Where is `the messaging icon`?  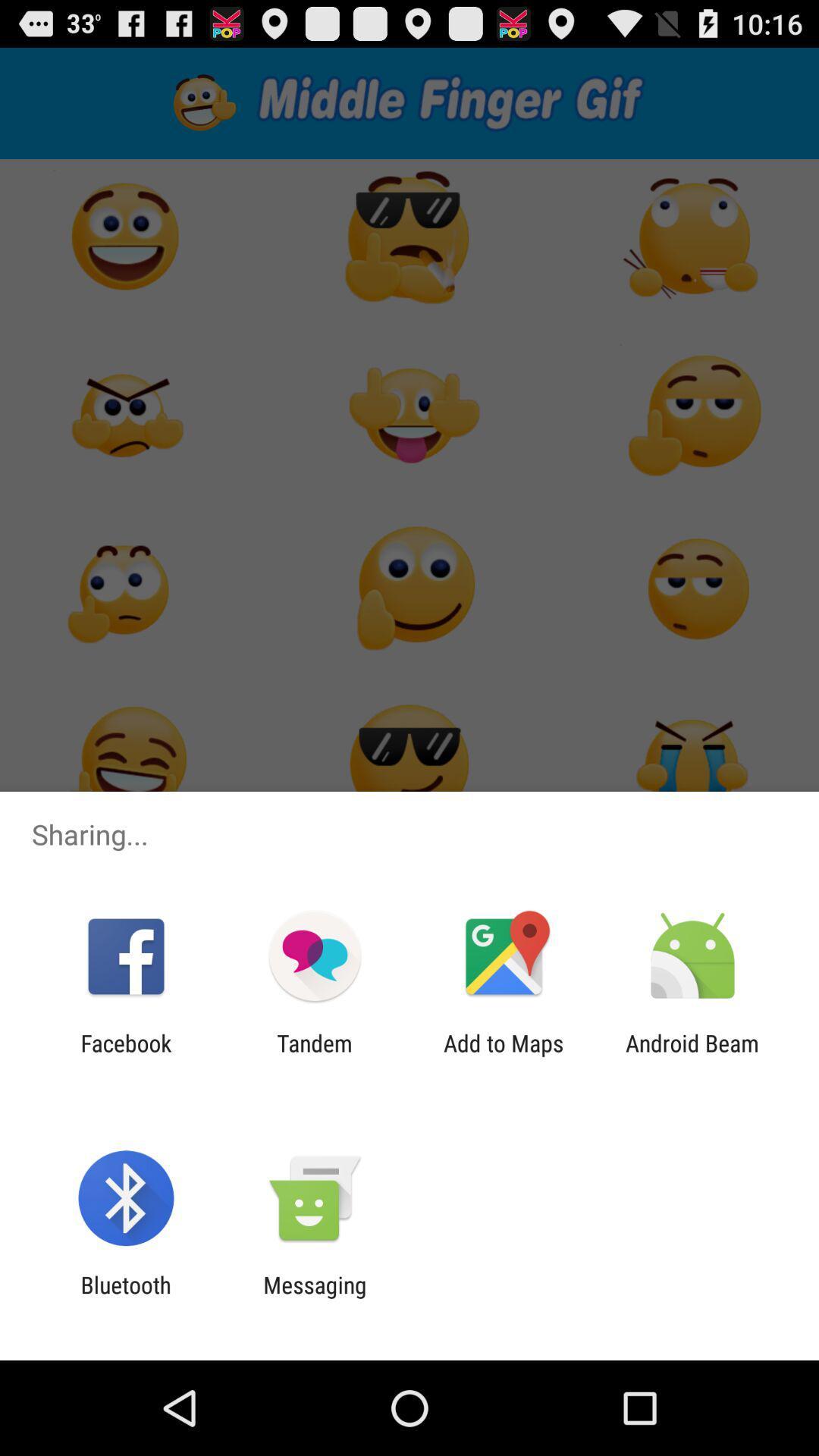
the messaging icon is located at coordinates (314, 1298).